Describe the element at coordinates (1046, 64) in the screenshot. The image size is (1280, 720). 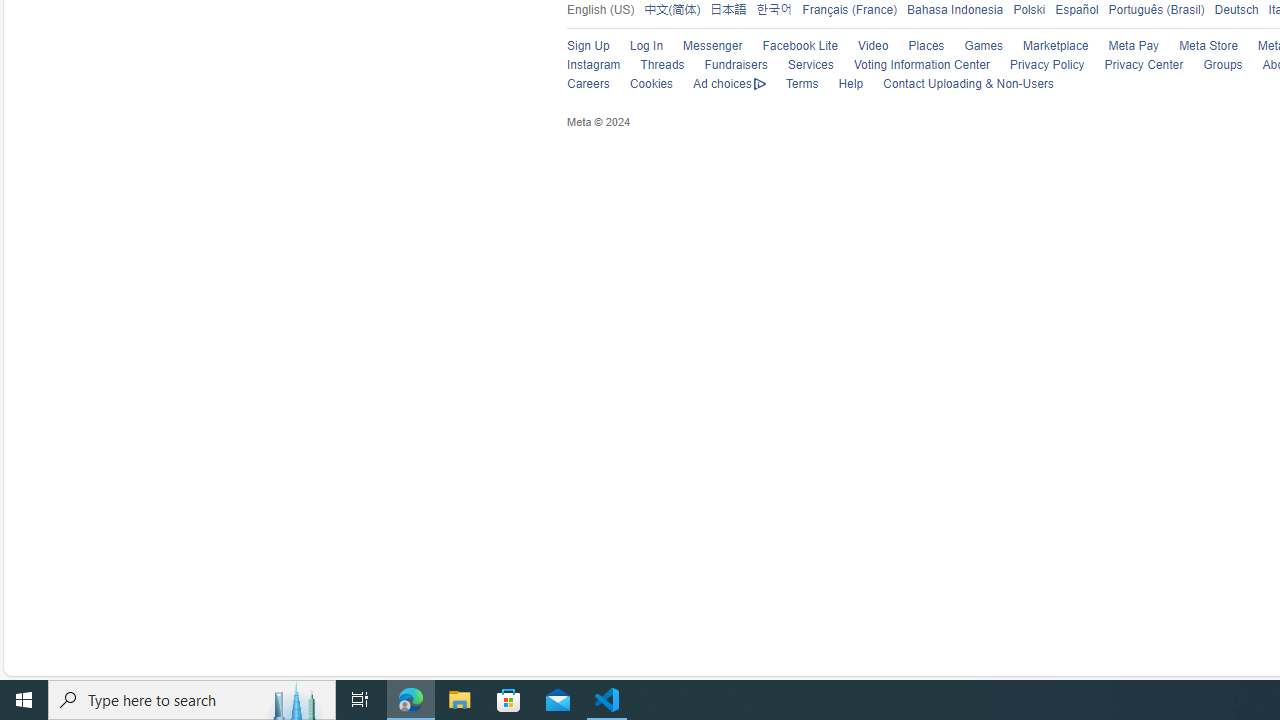
I see `'Privacy Policy'` at that location.